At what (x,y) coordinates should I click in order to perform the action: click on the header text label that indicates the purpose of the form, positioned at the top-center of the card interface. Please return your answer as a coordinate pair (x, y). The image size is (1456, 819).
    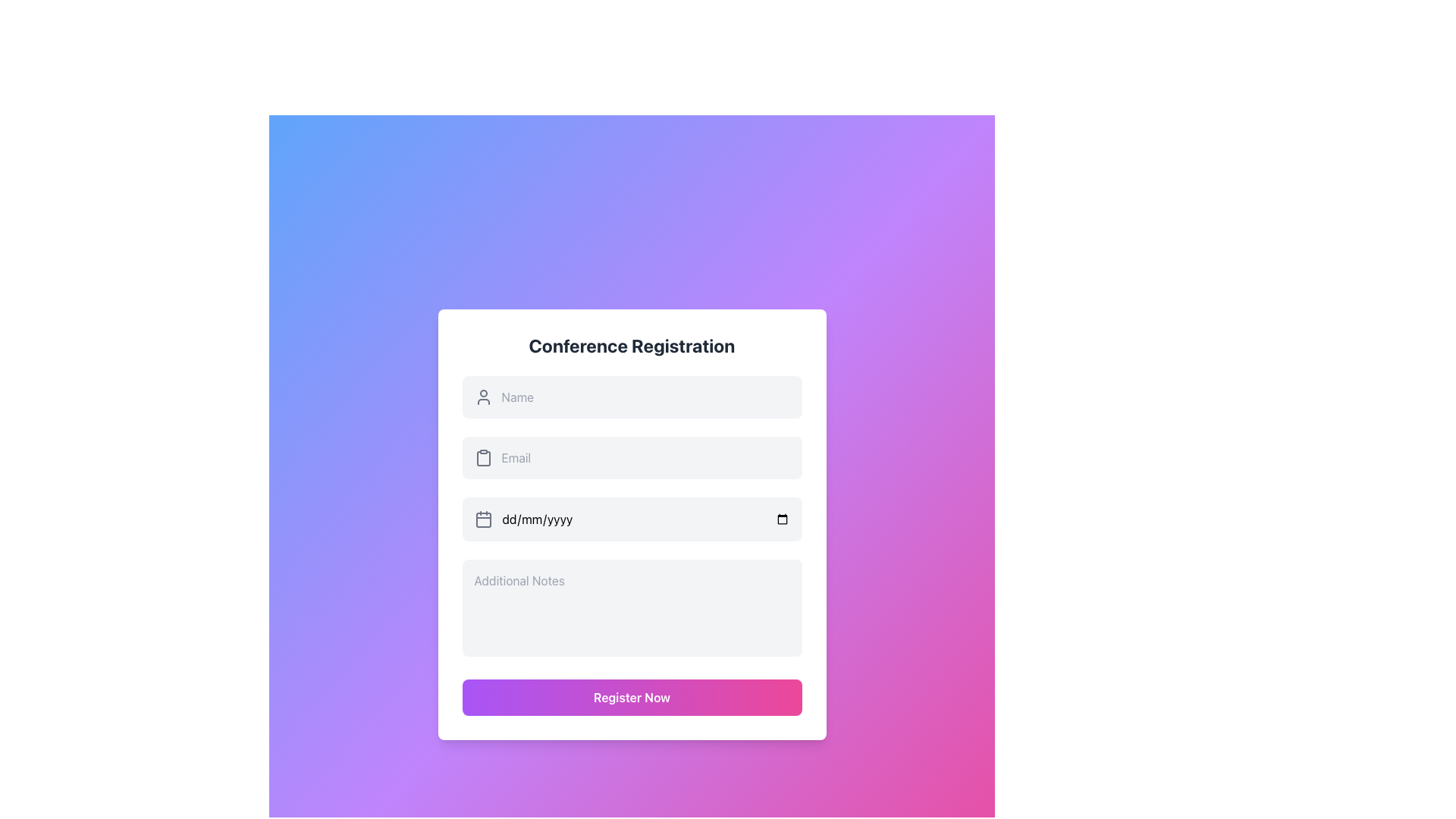
    Looking at the image, I should click on (632, 345).